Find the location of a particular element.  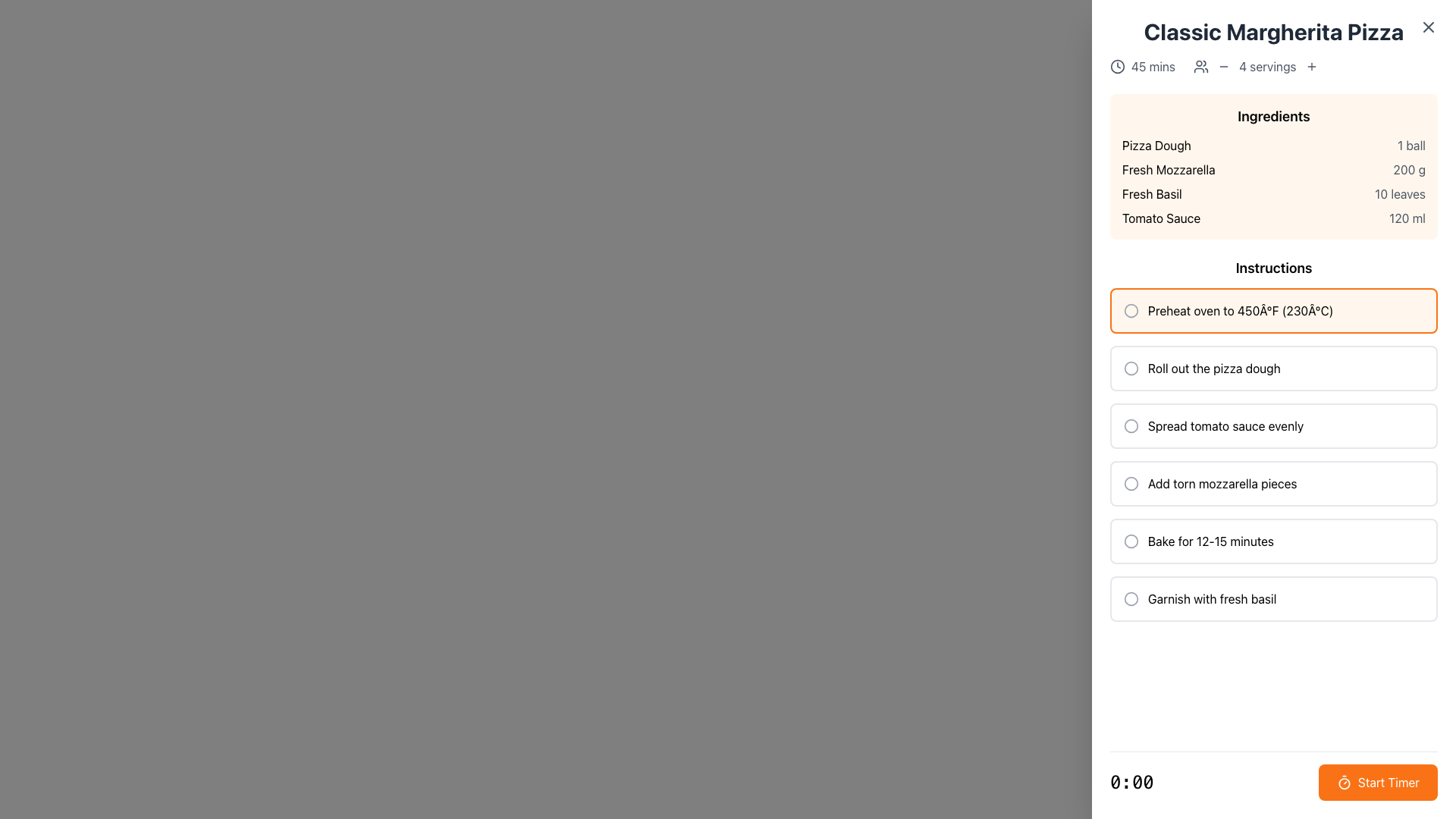

the center of the fifth list item in the 'Instructions' section that guides the user to 'Bake for 12-15 minutes' is located at coordinates (1274, 540).